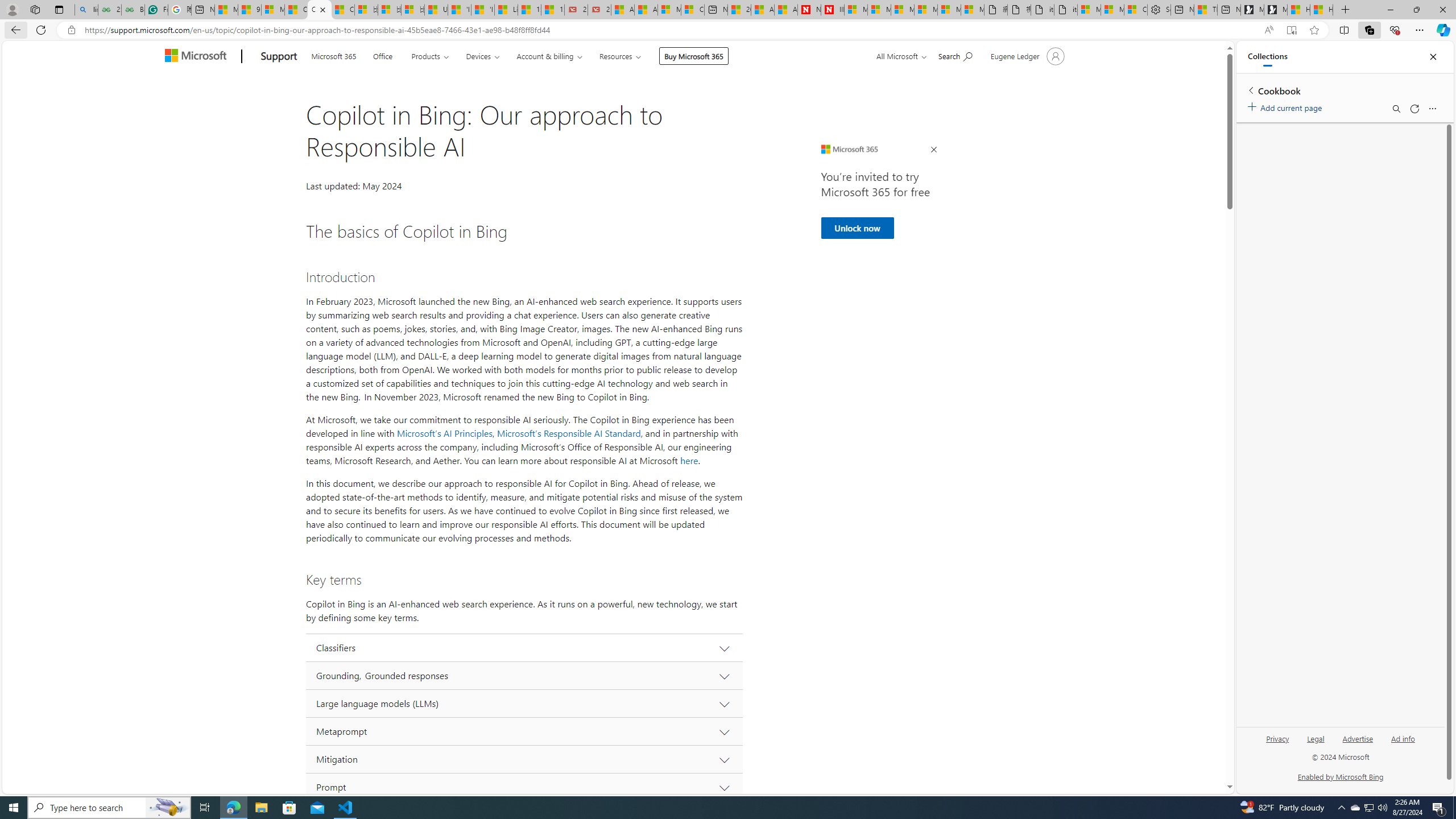 This screenshot has width=1456, height=819. I want to click on 'Free AI Writing Assistance for Students | Grammarly', so click(156, 9).